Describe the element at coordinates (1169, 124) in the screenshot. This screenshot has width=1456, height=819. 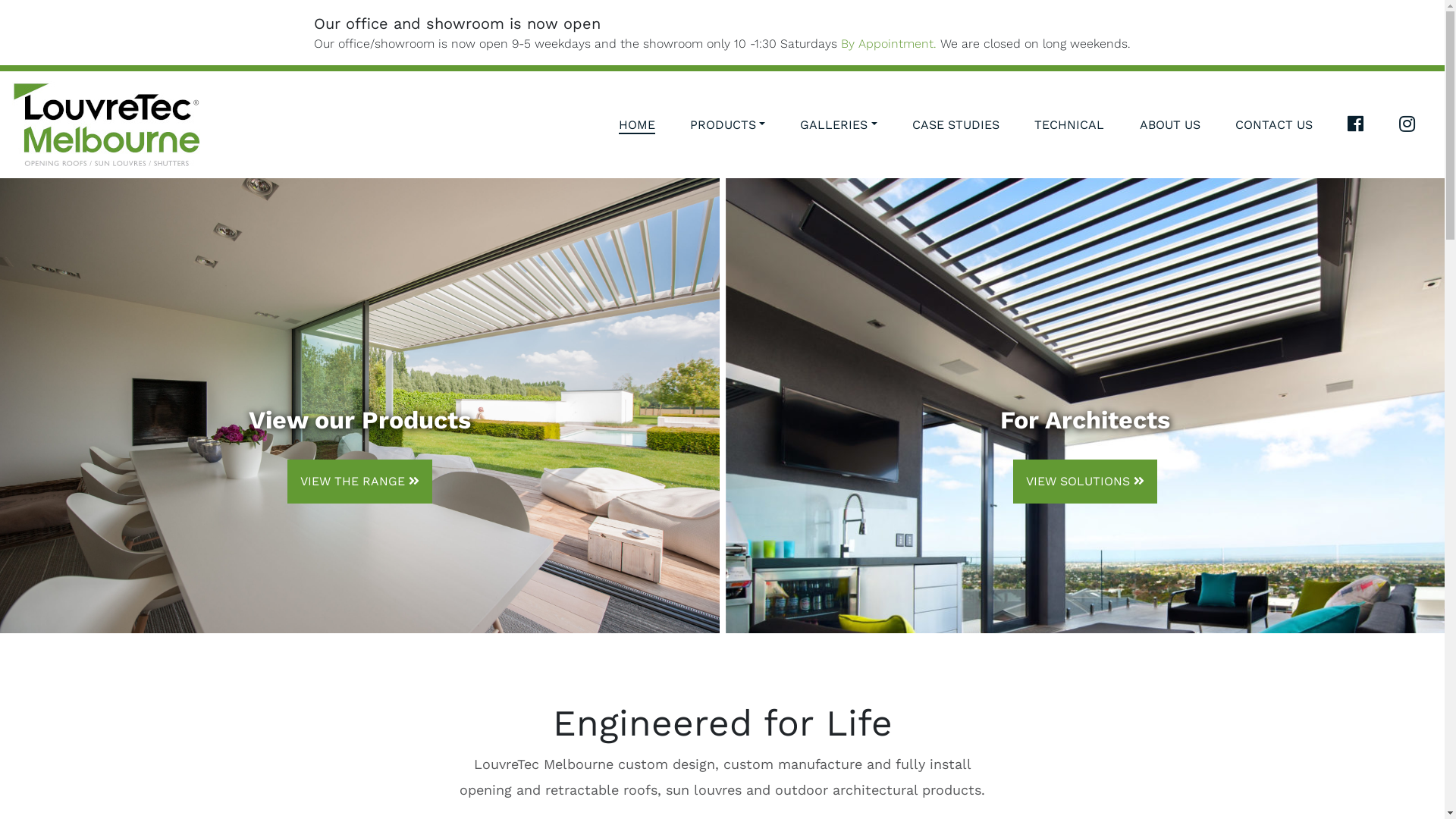
I see `'ABOUT US'` at that location.